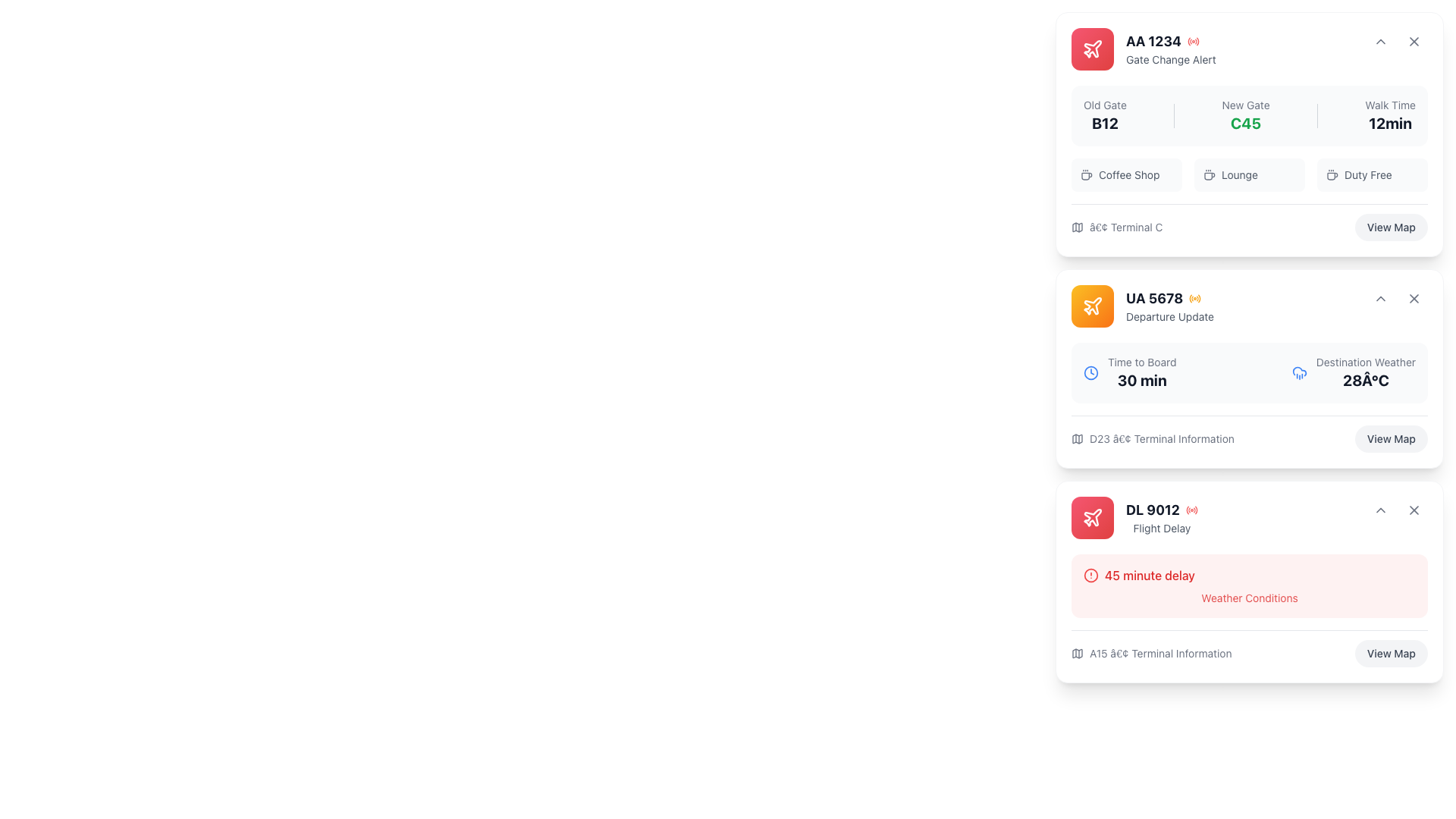  What do you see at coordinates (1127, 174) in the screenshot?
I see `the 'Coffee Shop' button-like label element, which features a coffee cup icon and gray text` at bounding box center [1127, 174].